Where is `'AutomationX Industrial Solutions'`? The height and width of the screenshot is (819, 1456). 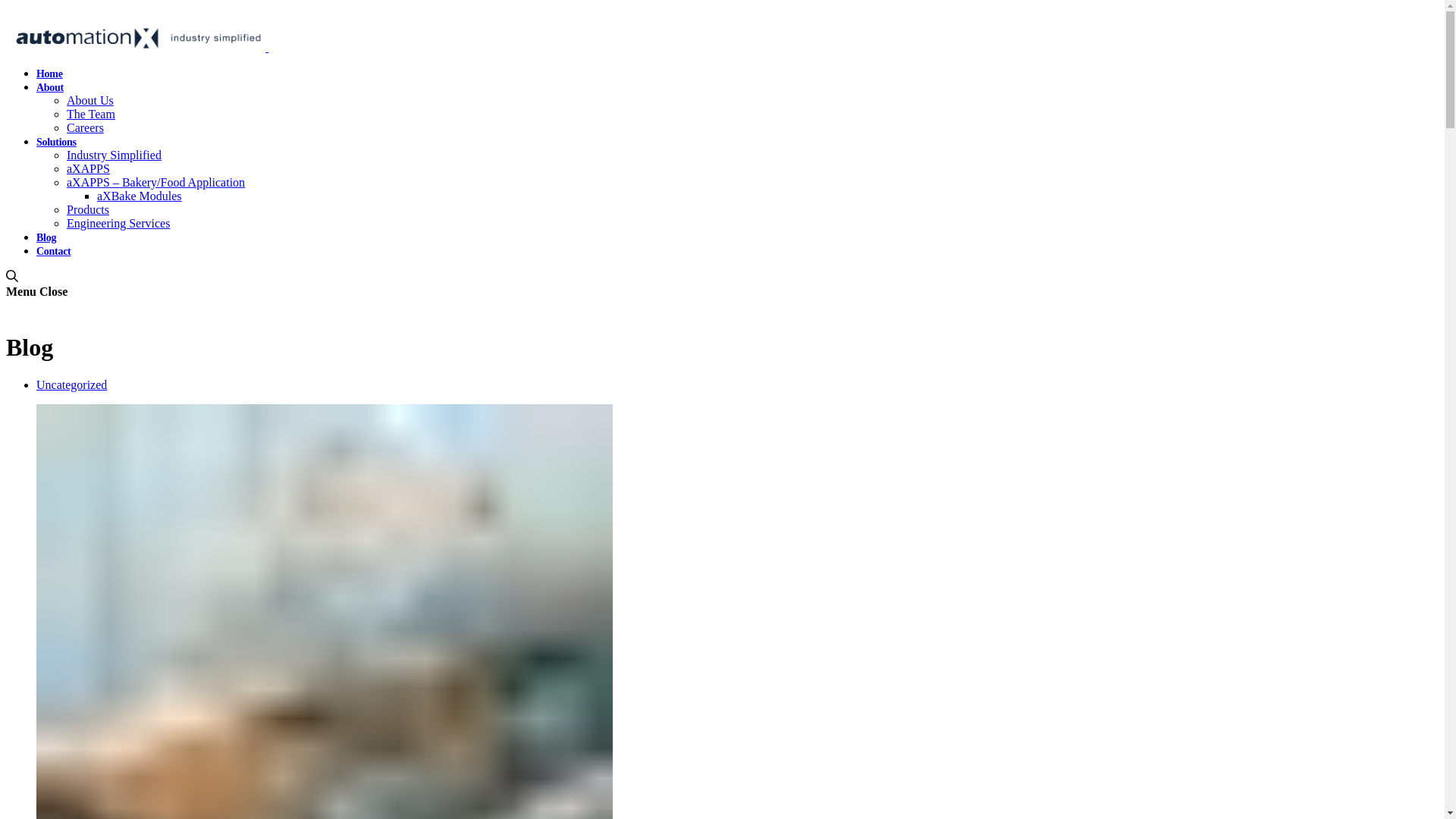
'AutomationX Industrial Solutions' is located at coordinates (266, 46).